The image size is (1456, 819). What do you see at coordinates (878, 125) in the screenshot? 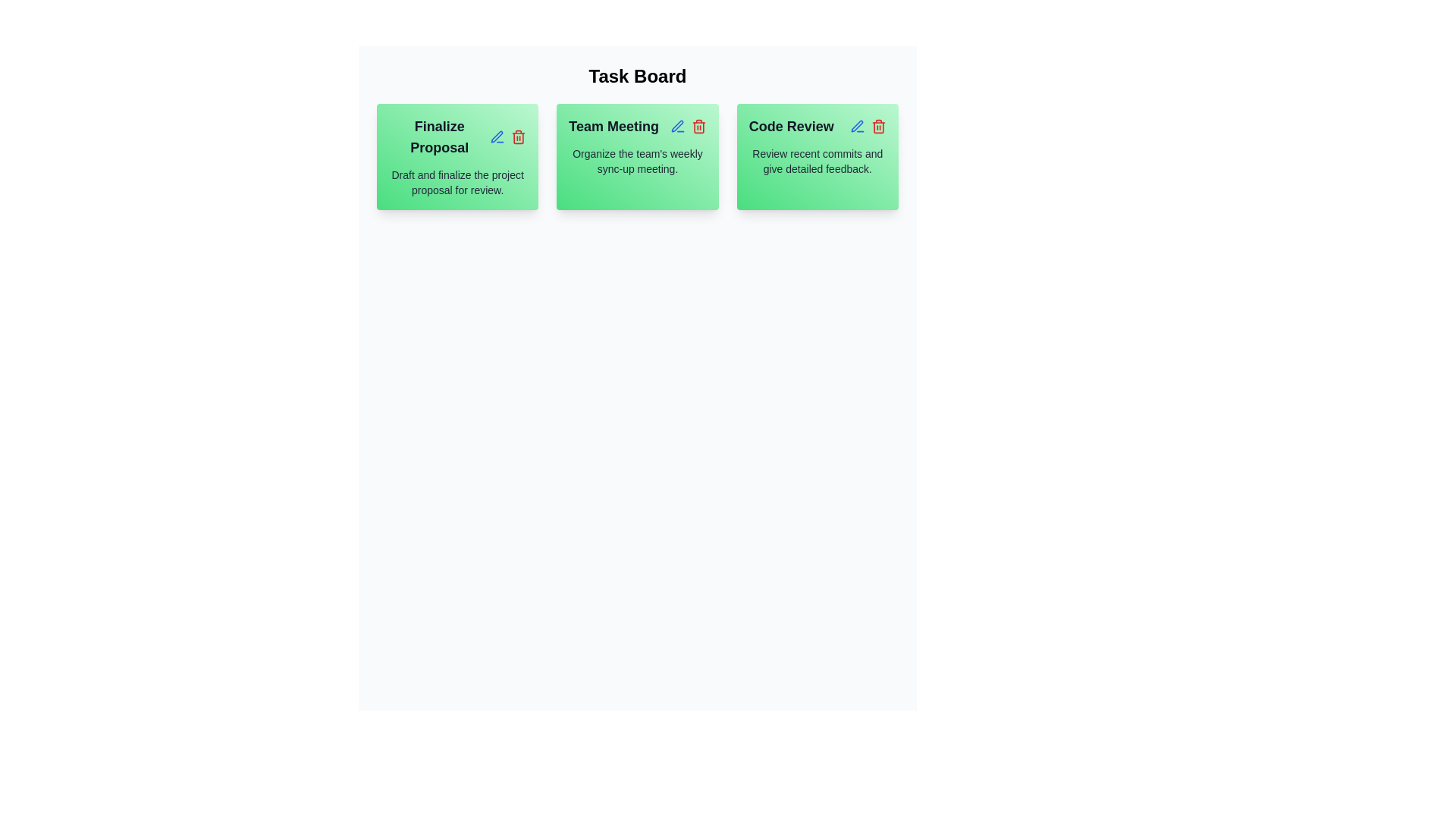
I see `the delete icon for the task titled Code Review` at bounding box center [878, 125].